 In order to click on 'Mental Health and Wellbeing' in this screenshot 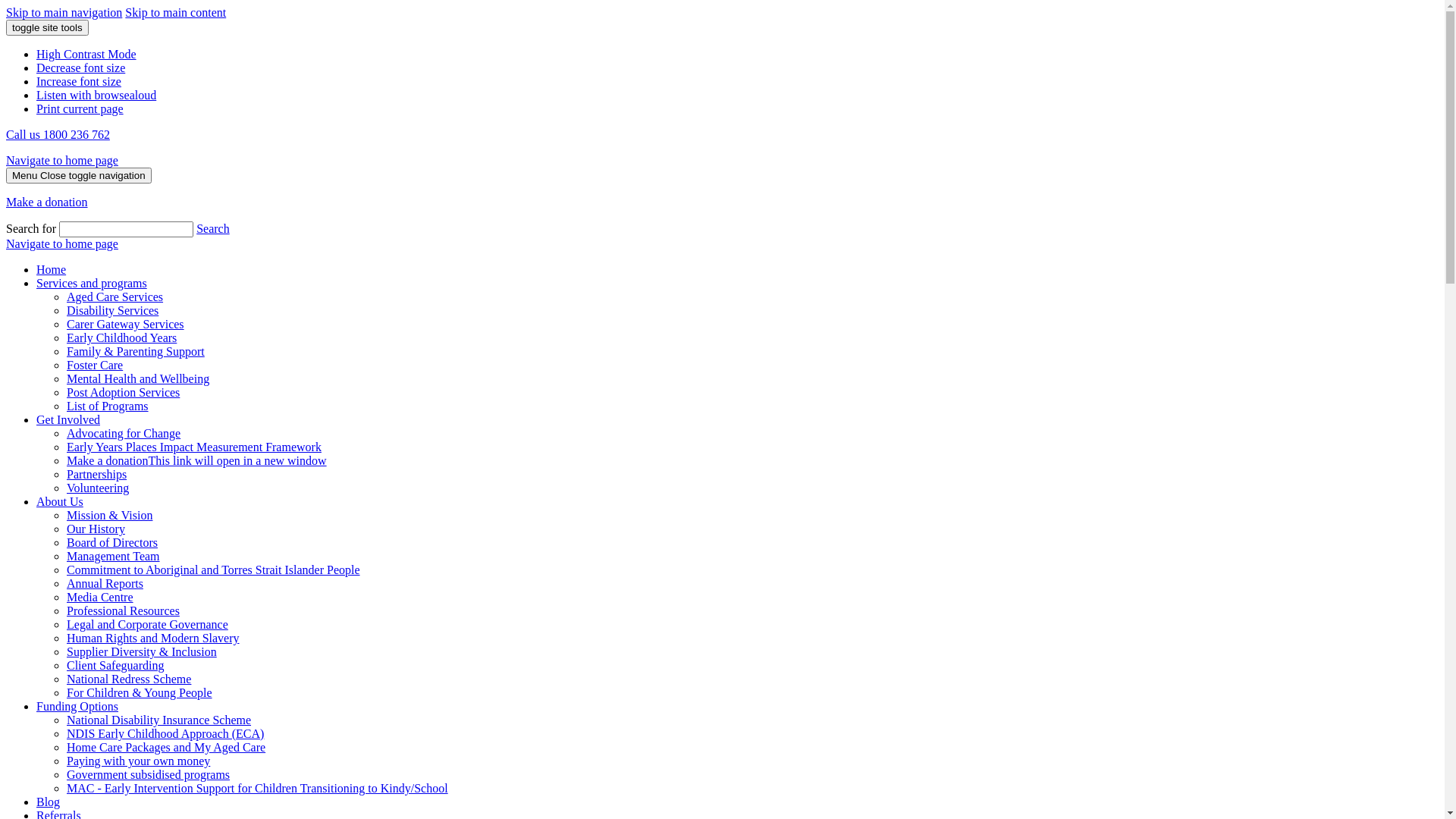, I will do `click(138, 378)`.